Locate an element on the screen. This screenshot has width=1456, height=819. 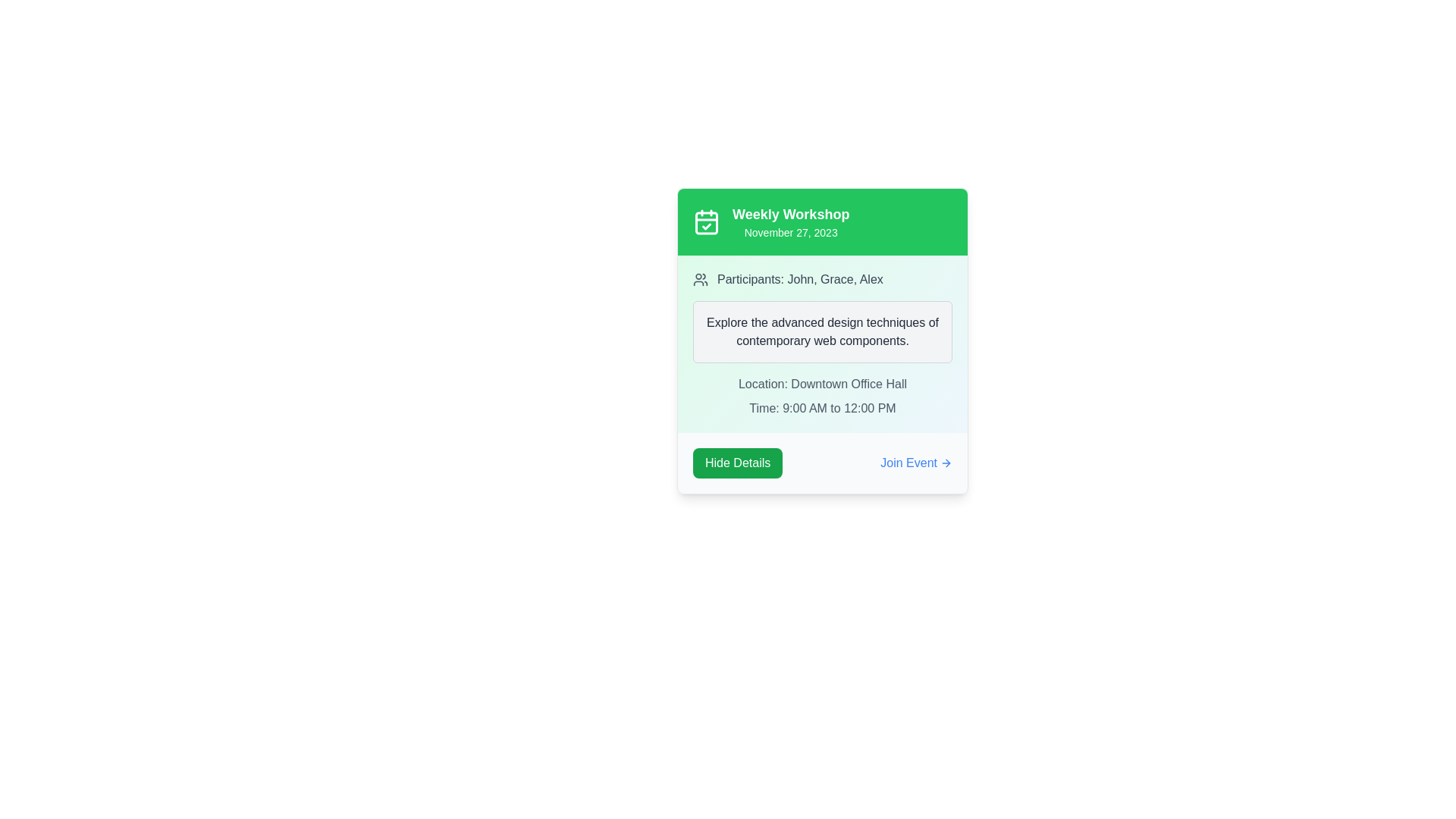
the navigational icon located to the right of the 'Join Event' text in the bottom right corner of the card is located at coordinates (946, 462).